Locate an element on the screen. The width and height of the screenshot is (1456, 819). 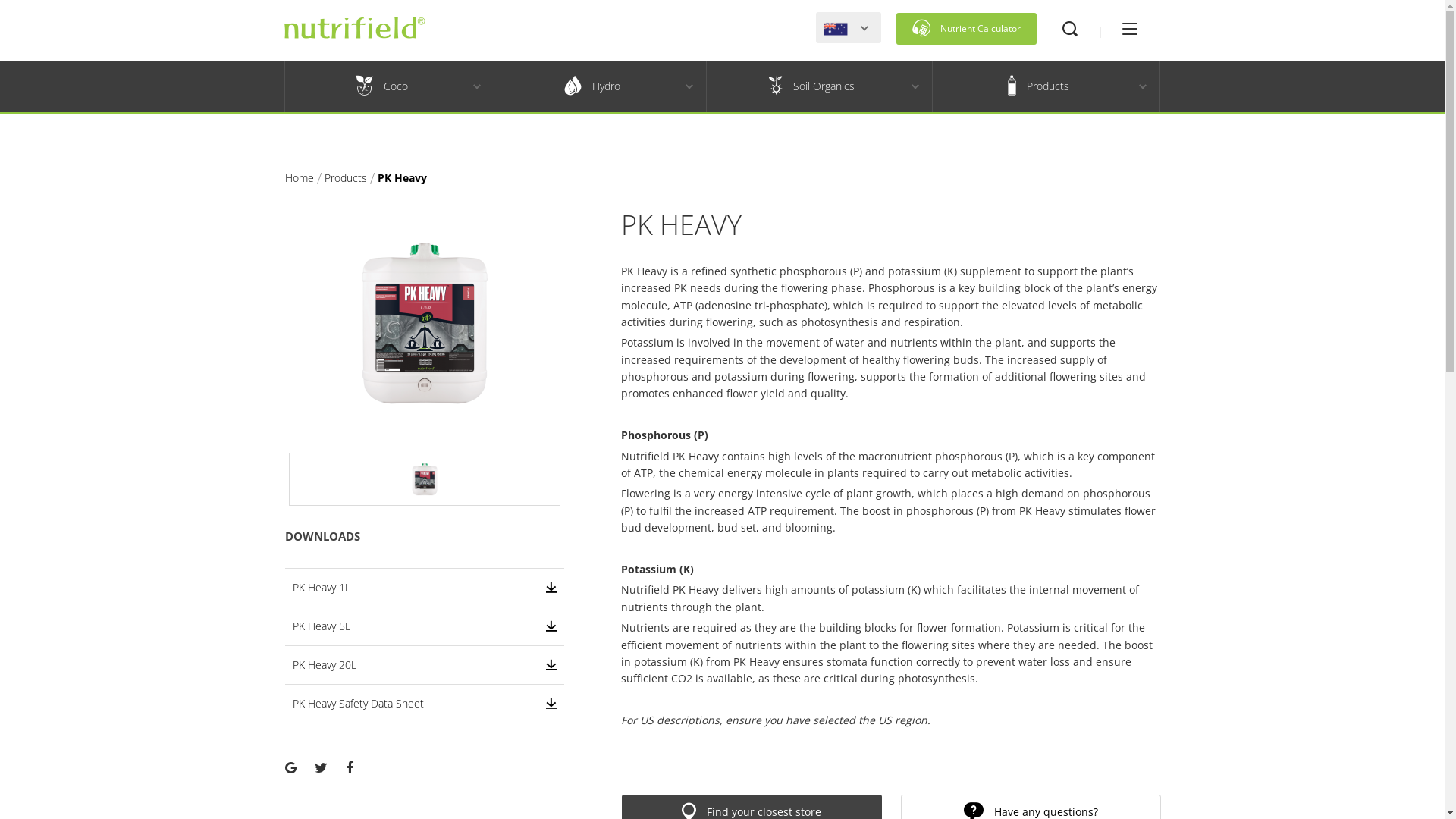
'Nutrient Calculator' is located at coordinates (965, 29).